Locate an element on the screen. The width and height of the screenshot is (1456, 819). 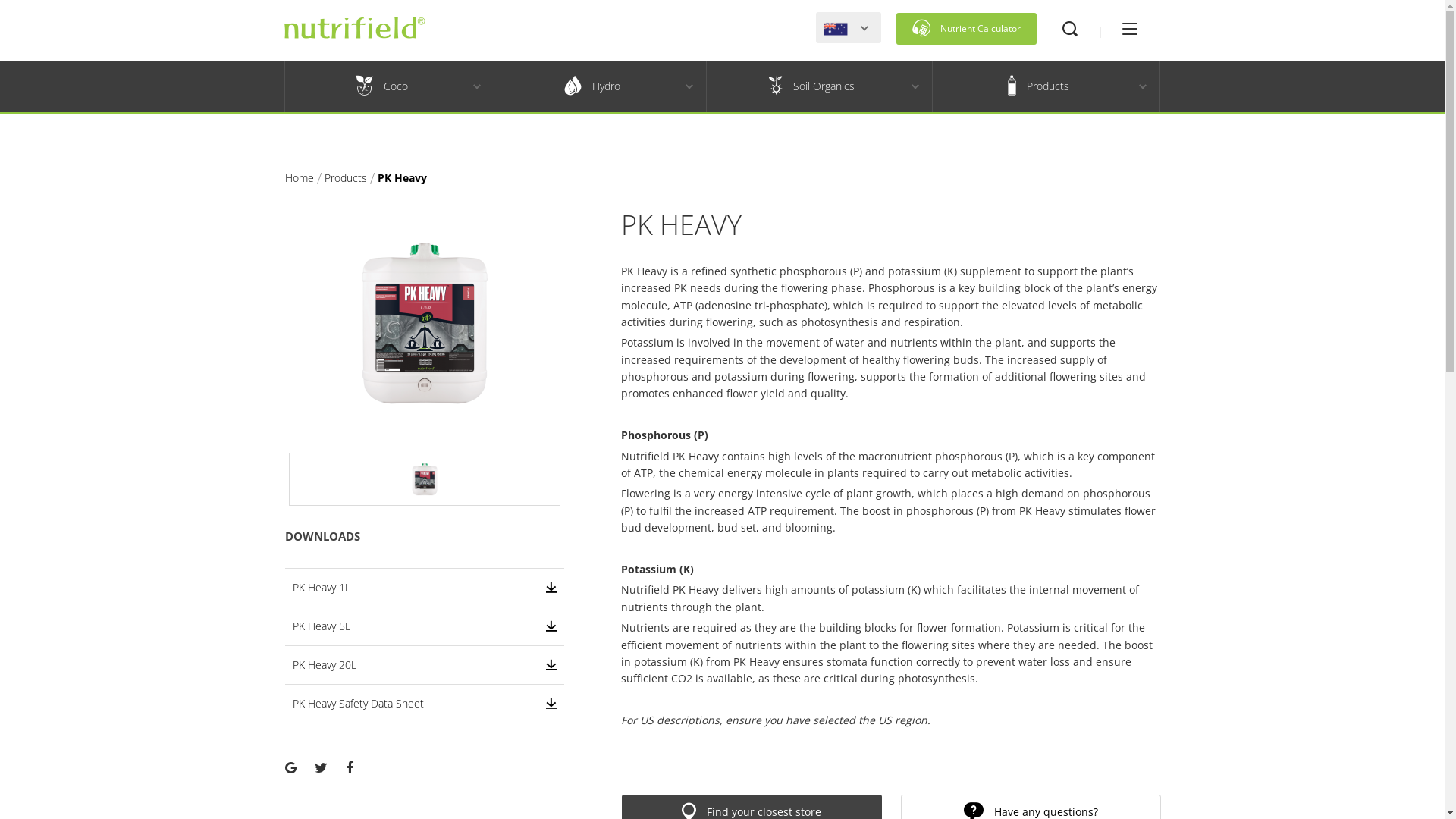
'Nutrient Calculator' is located at coordinates (965, 29).